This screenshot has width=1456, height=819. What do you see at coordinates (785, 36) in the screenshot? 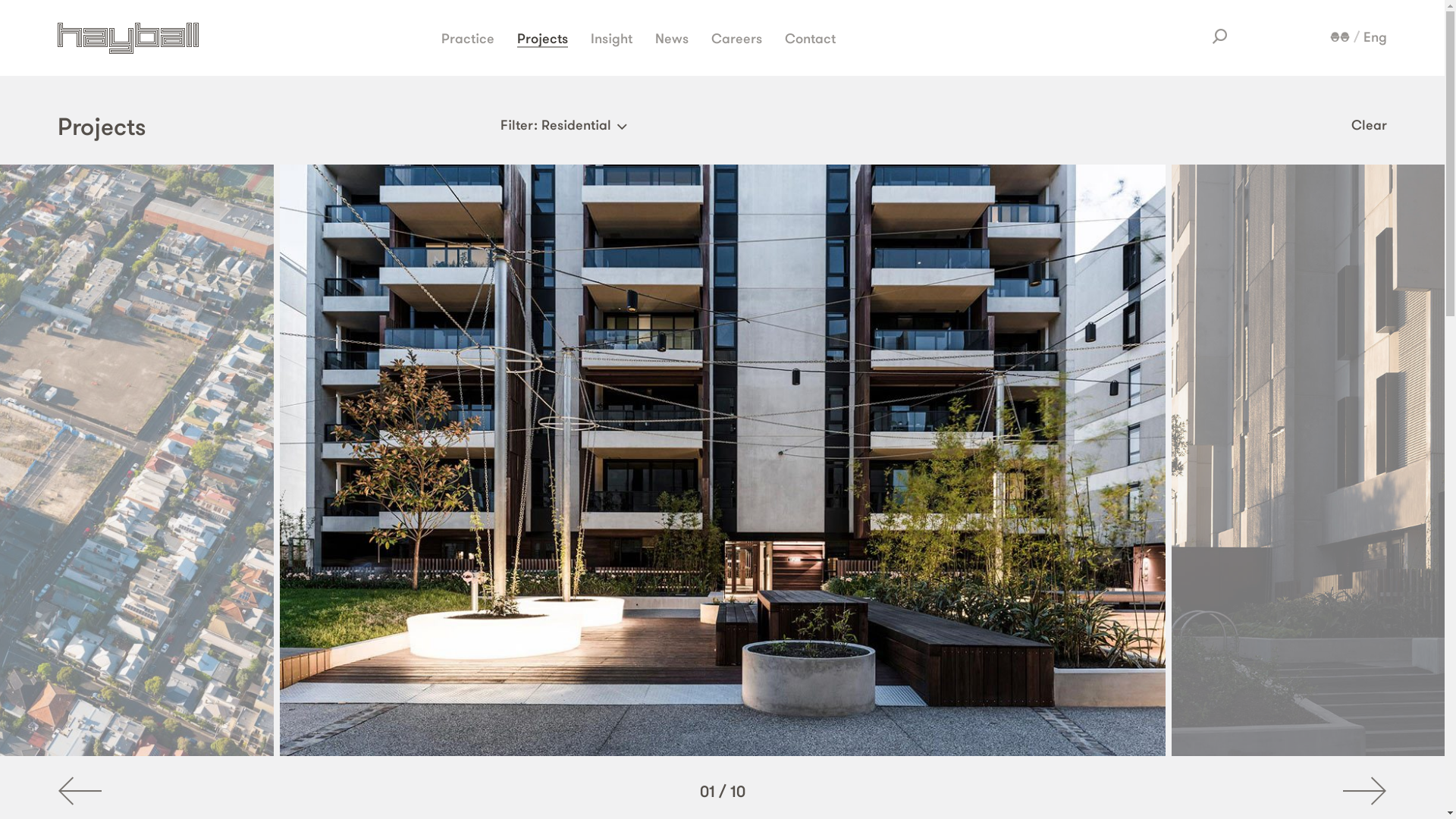
I see `'Contact'` at bounding box center [785, 36].